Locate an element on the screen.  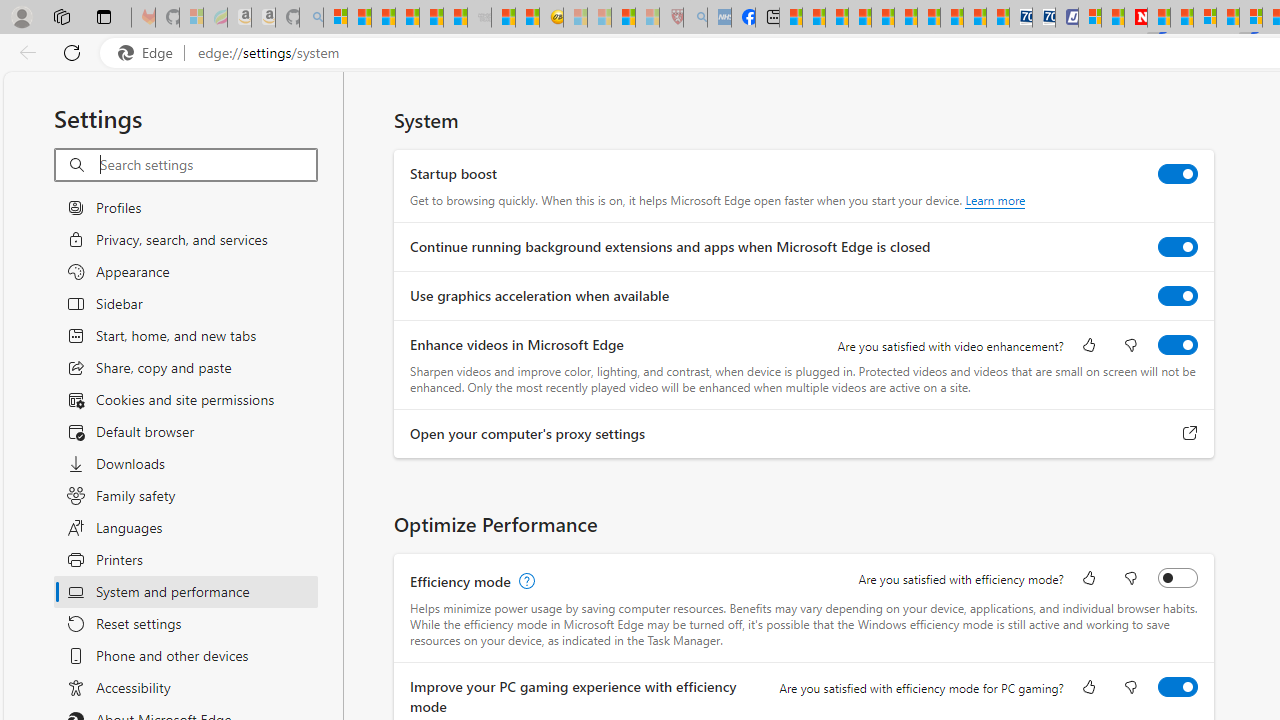
'Improve your PC gaming experience with efficiency mode' is located at coordinates (1178, 685).